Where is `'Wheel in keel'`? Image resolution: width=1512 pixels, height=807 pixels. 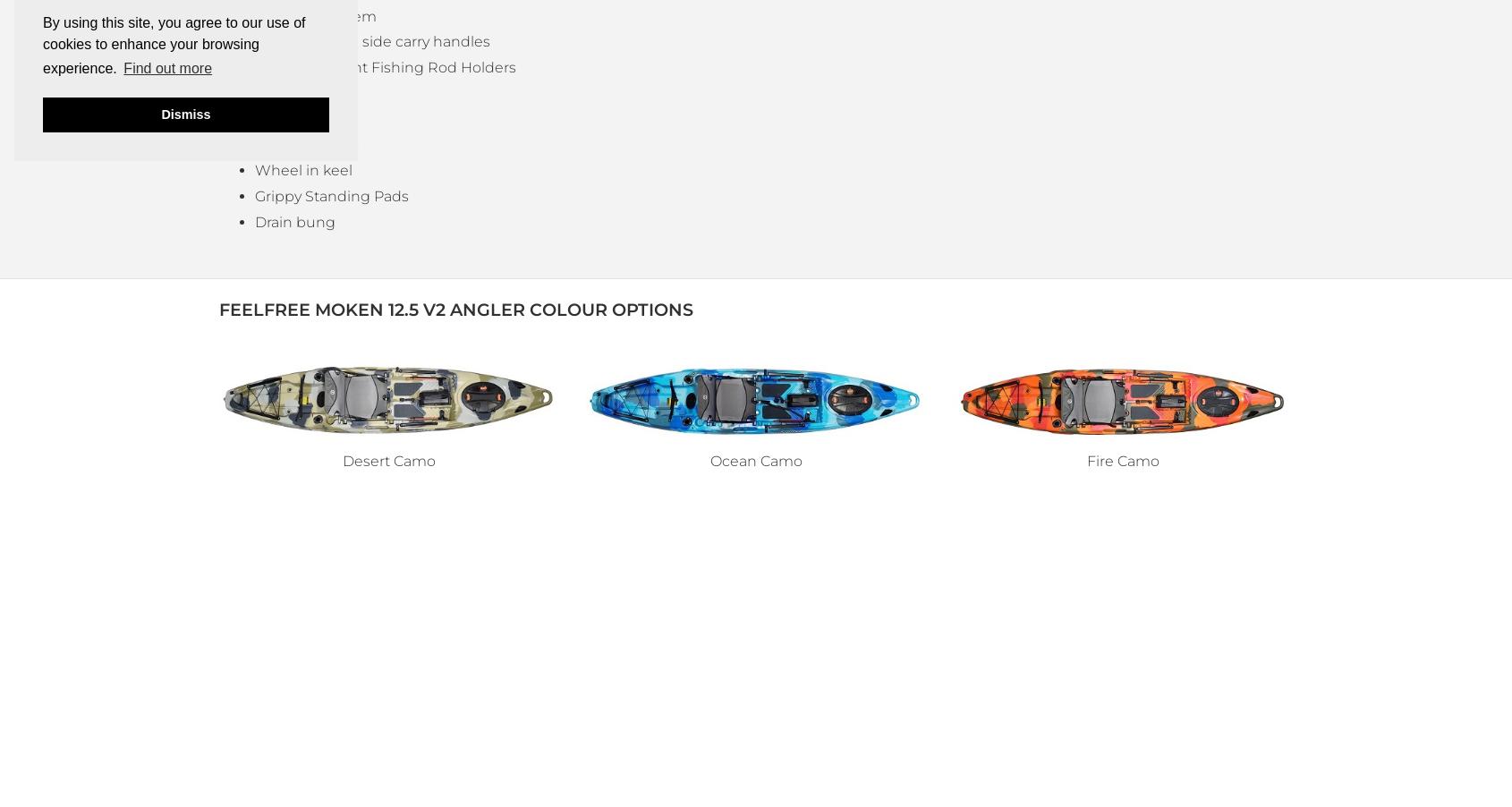
'Wheel in keel' is located at coordinates (302, 169).